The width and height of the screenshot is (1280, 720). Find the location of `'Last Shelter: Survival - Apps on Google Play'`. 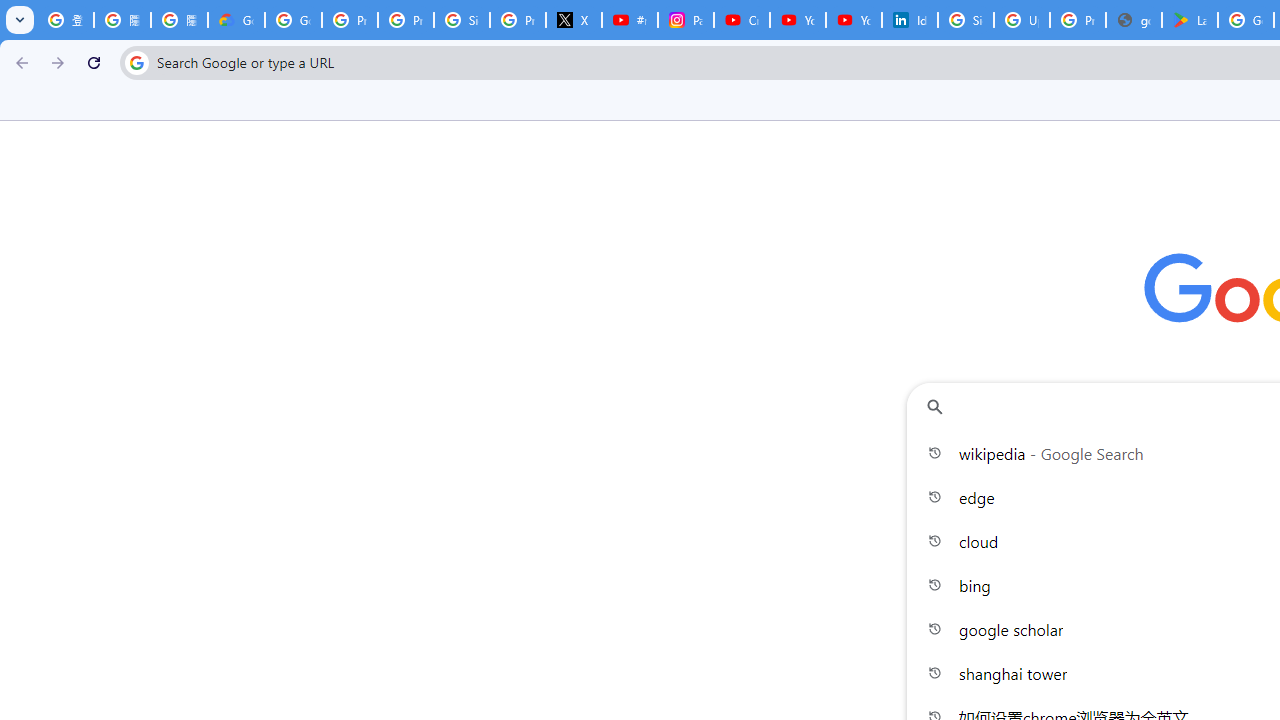

'Last Shelter: Survival - Apps on Google Play' is located at coordinates (1190, 20).